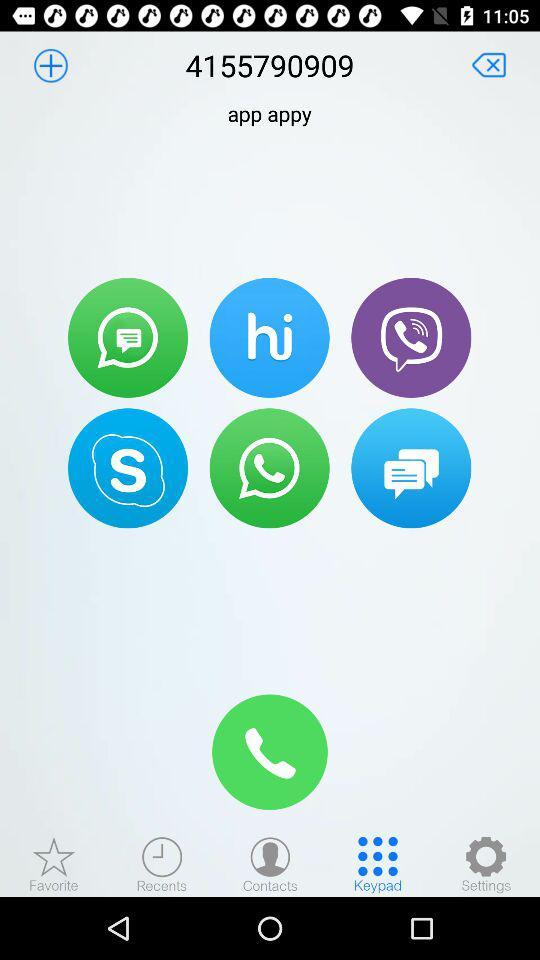  I want to click on as favorite, so click(54, 863).